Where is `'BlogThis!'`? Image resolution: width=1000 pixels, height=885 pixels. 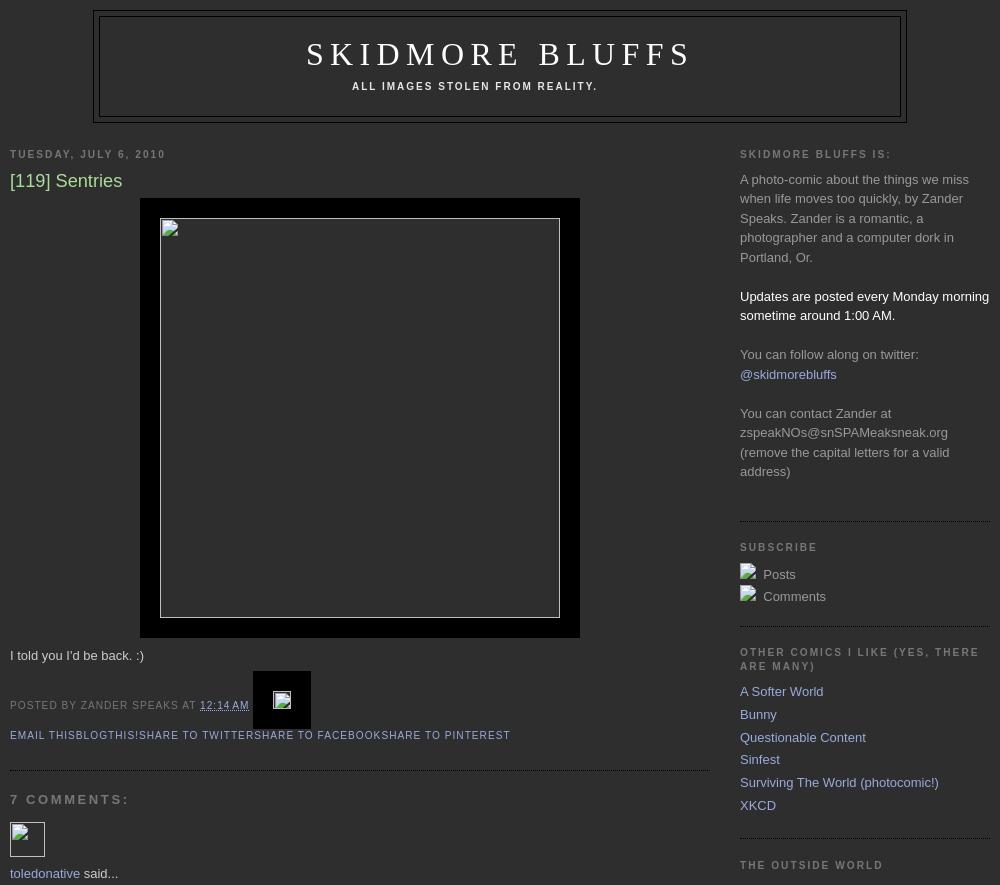
'BlogThis!' is located at coordinates (74, 734).